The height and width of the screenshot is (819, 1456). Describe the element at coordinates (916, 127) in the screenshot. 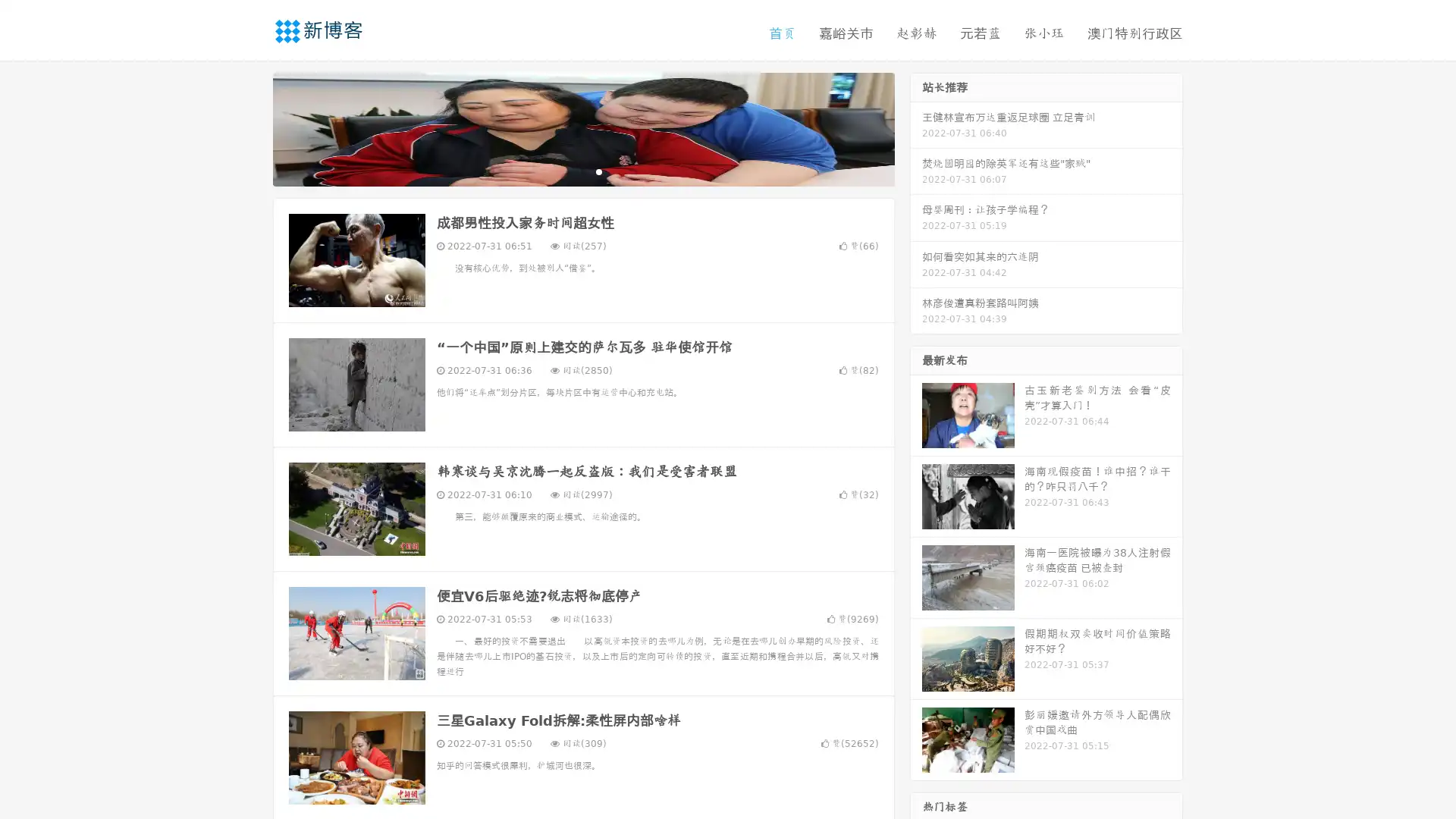

I see `Next slide` at that location.